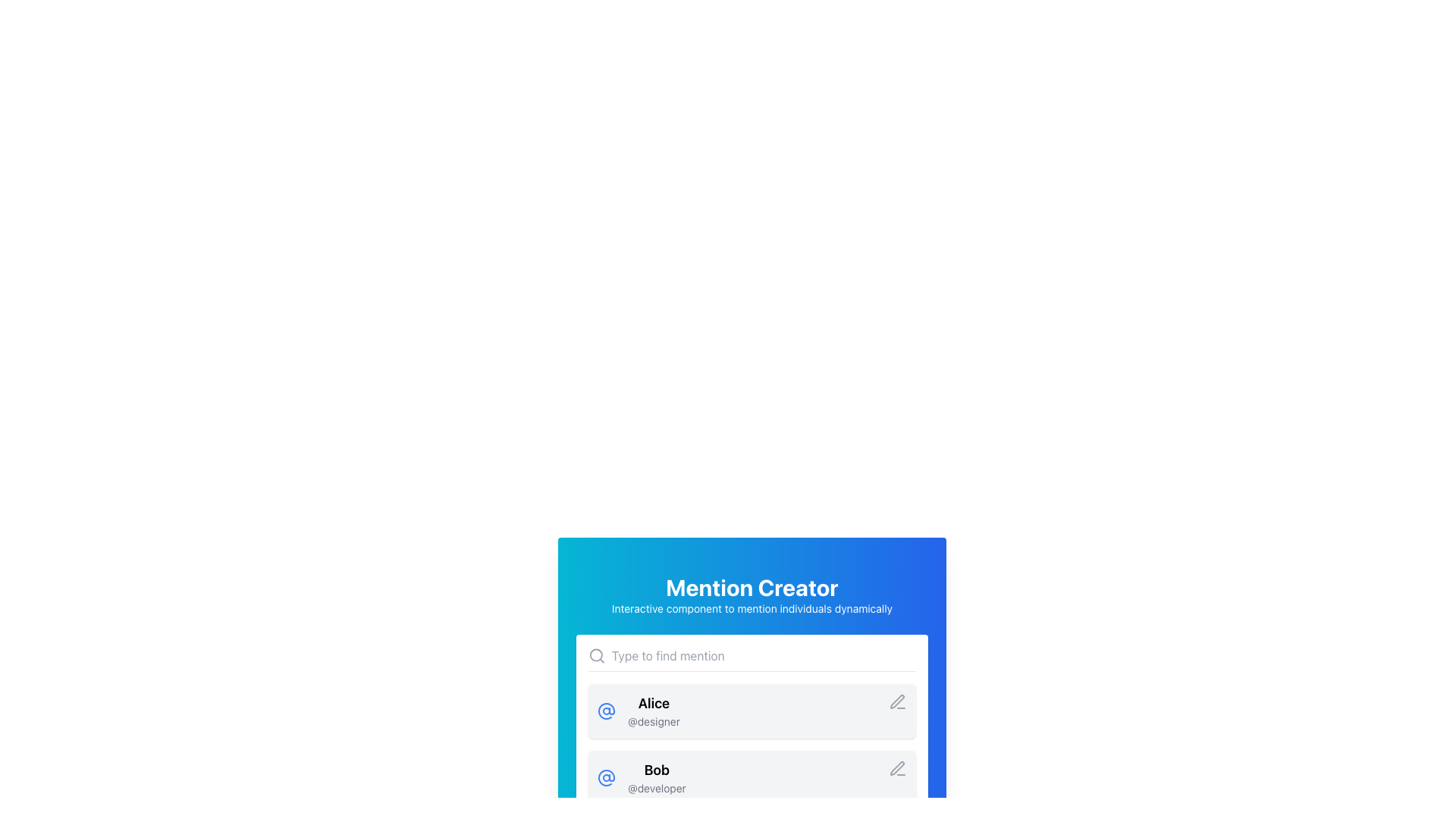  I want to click on the lower '@' icon associated with the name 'Bob', so click(607, 778).